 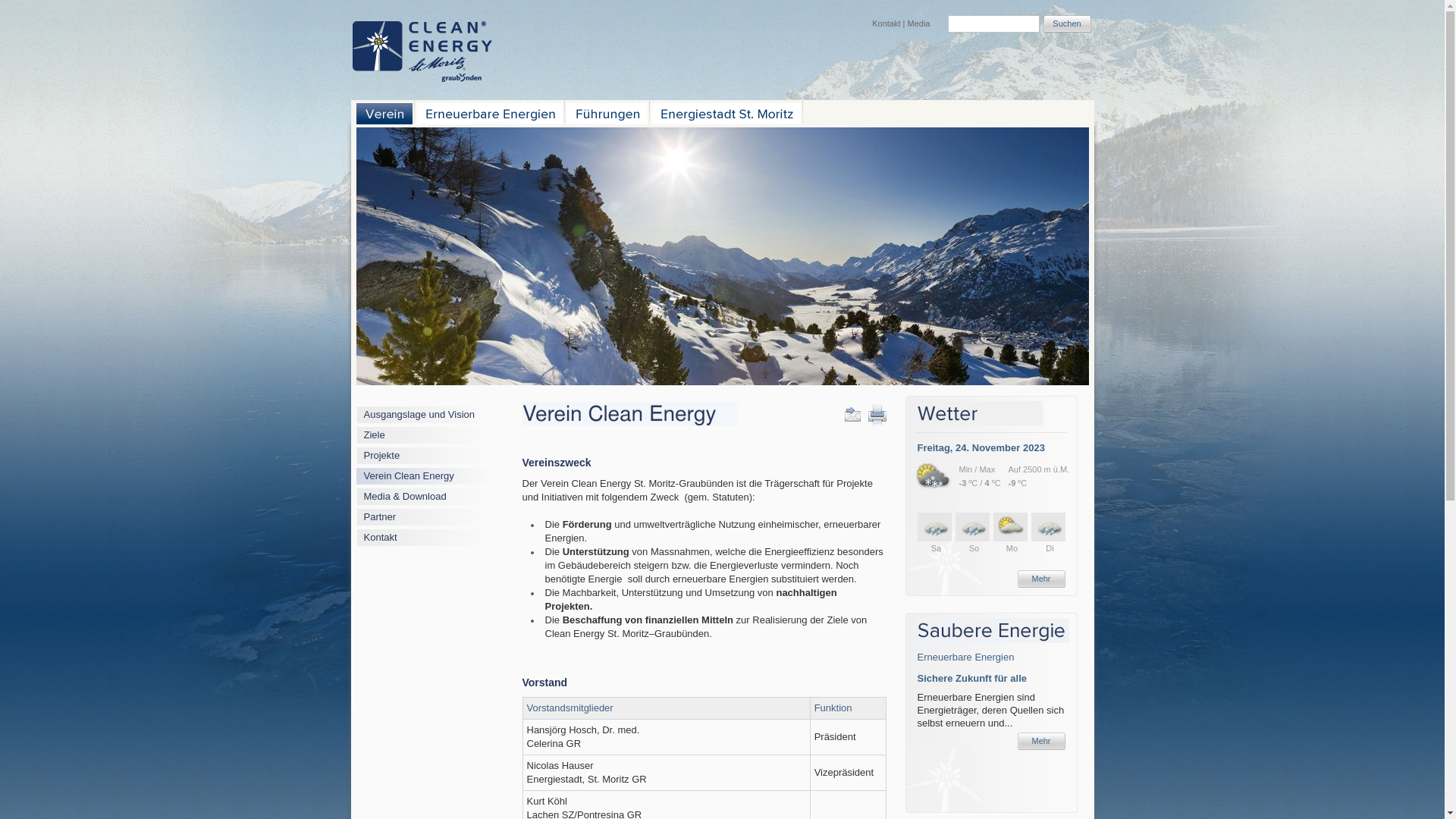 I want to click on 'Ausgangslage und Vision', so click(x=364, y=414).